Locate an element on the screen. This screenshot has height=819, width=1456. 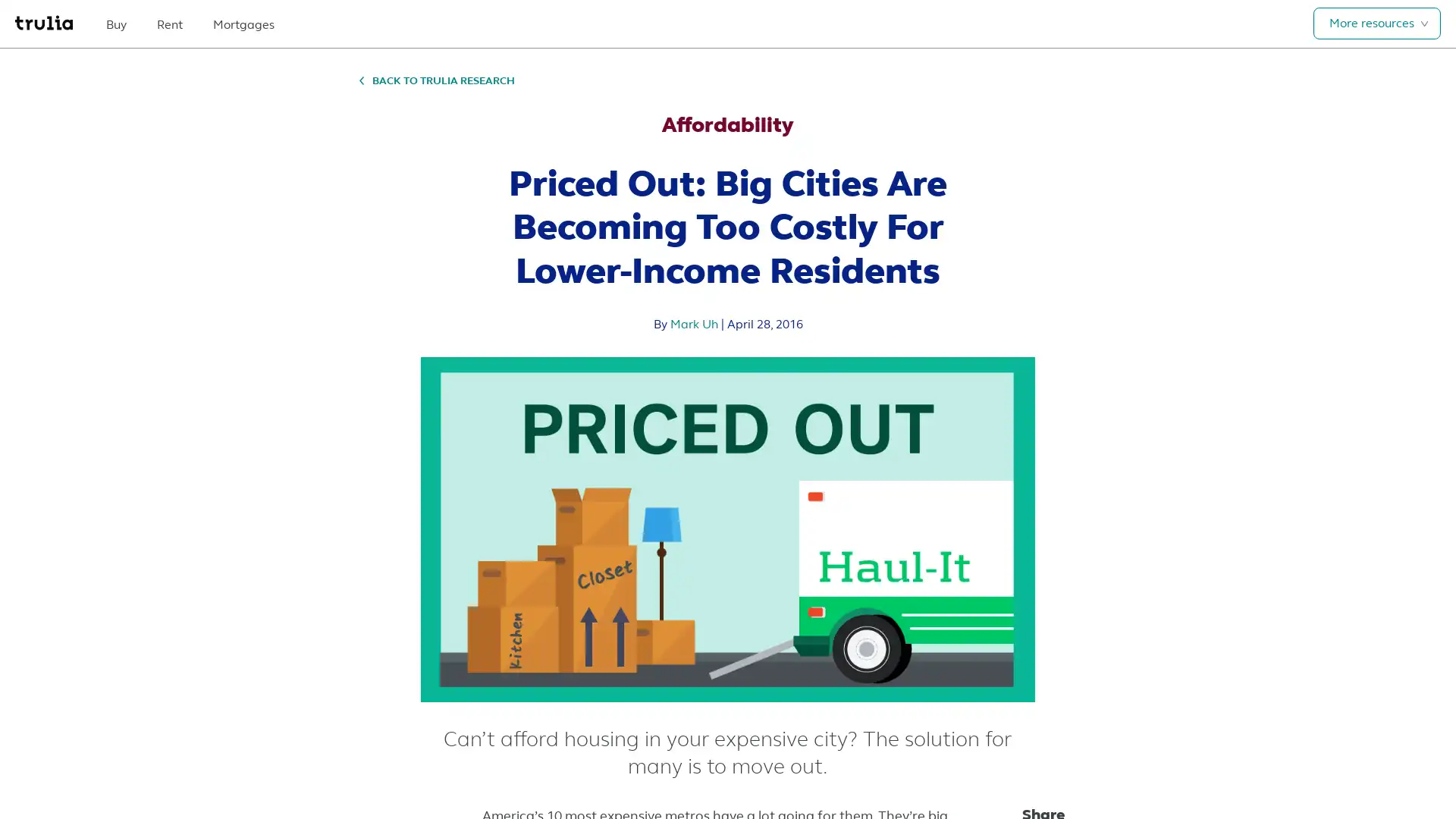
More resources is located at coordinates (1376, 23).